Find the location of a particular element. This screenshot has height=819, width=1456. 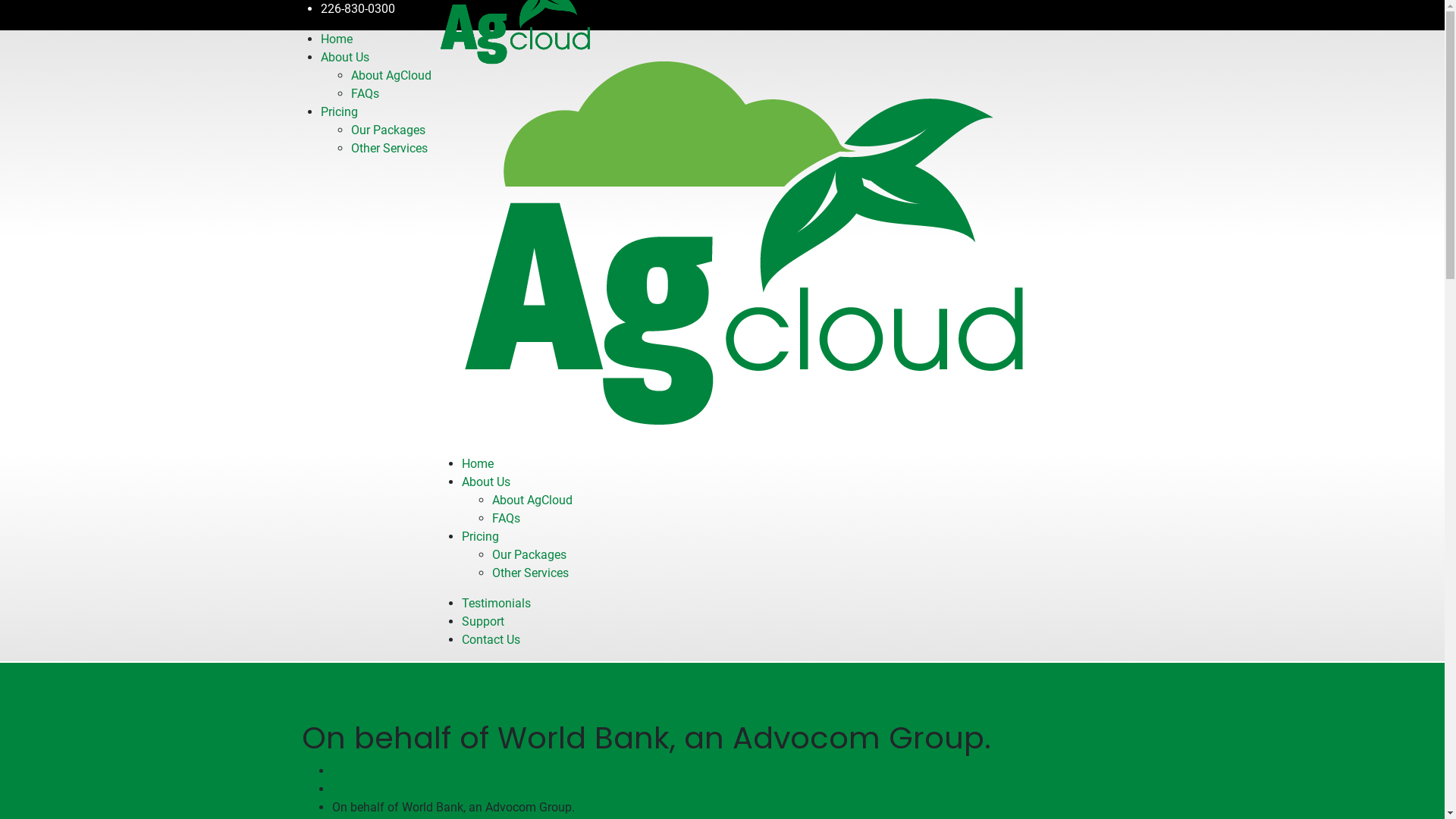

'Contact Us' is located at coordinates (490, 639).